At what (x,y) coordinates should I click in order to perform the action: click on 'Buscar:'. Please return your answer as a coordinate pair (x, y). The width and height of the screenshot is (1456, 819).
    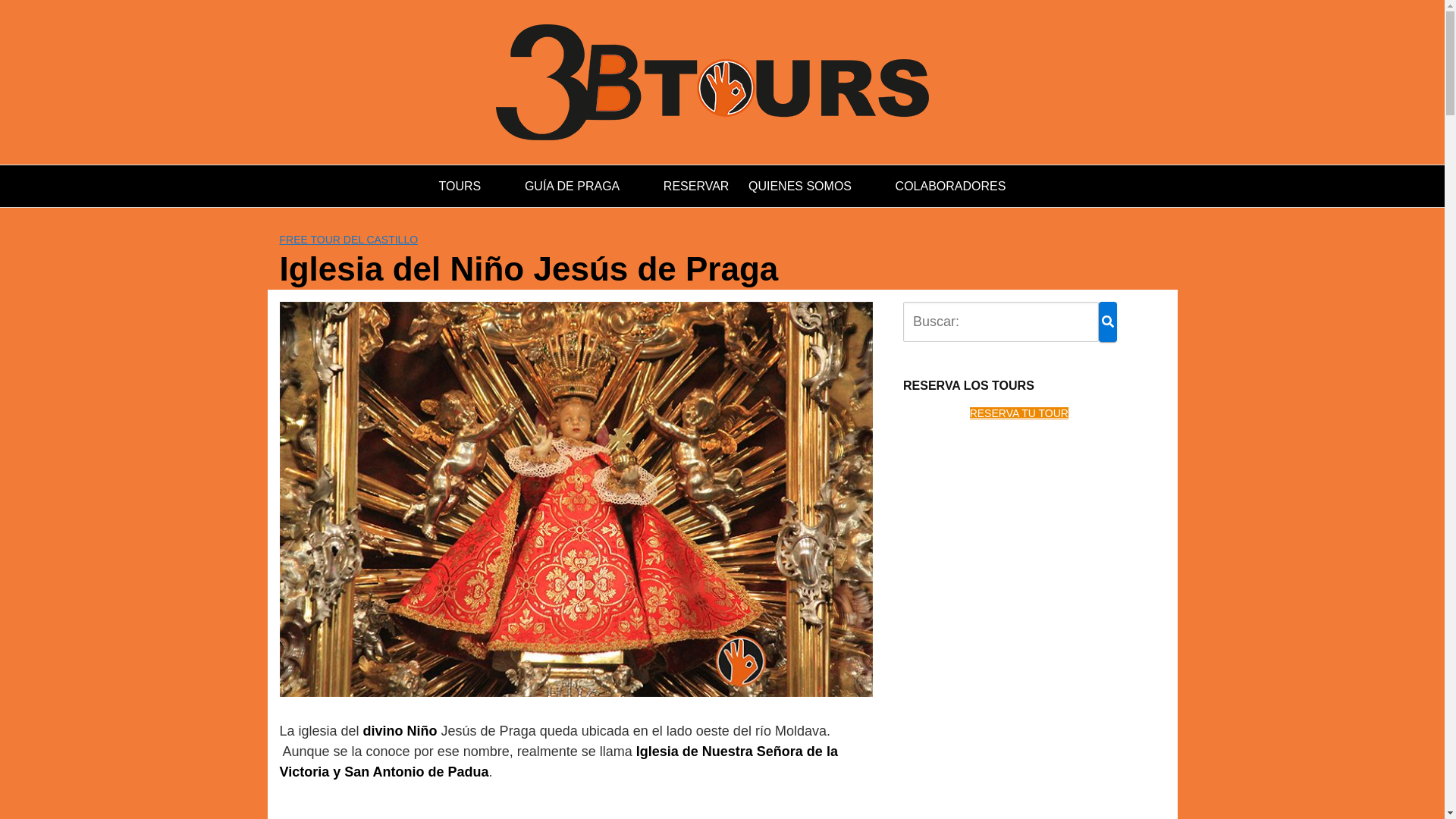
    Looking at the image, I should click on (902, 321).